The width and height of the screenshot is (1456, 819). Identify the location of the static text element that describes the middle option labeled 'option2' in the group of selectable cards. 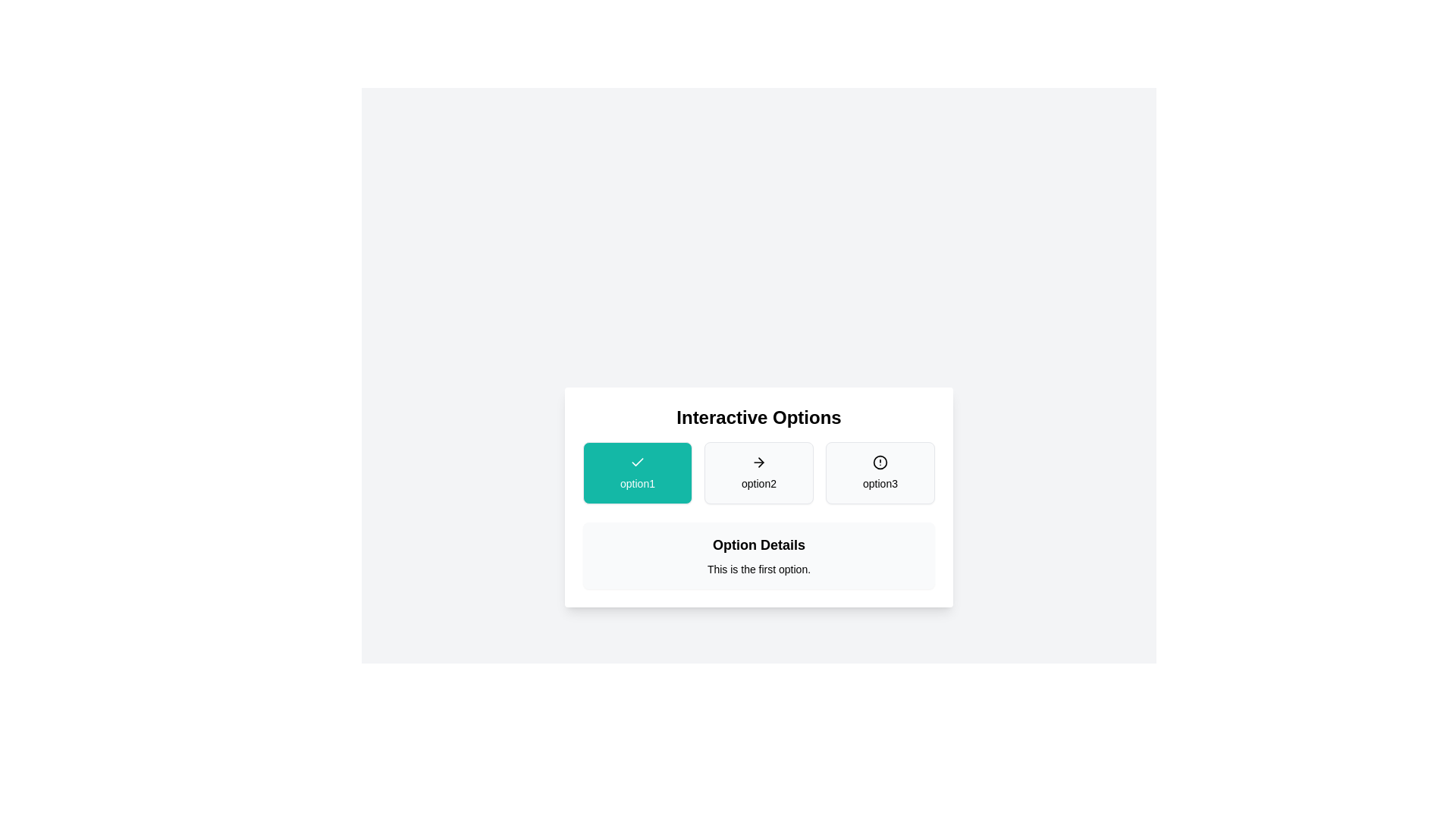
(759, 483).